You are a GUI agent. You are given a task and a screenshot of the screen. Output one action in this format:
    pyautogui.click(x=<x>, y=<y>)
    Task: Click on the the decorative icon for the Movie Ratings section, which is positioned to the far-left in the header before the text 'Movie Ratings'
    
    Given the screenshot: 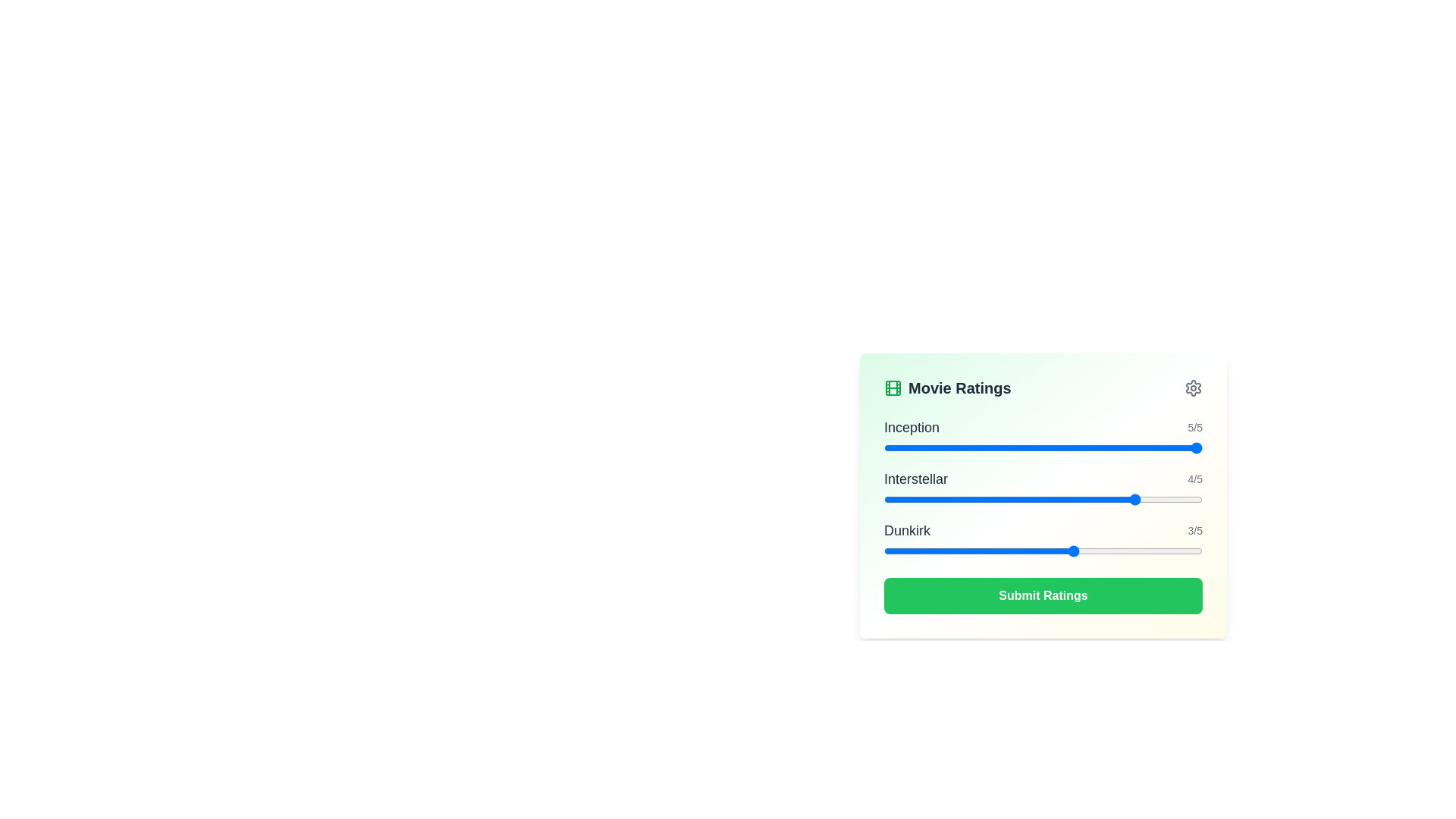 What is the action you would take?
    pyautogui.click(x=893, y=388)
    